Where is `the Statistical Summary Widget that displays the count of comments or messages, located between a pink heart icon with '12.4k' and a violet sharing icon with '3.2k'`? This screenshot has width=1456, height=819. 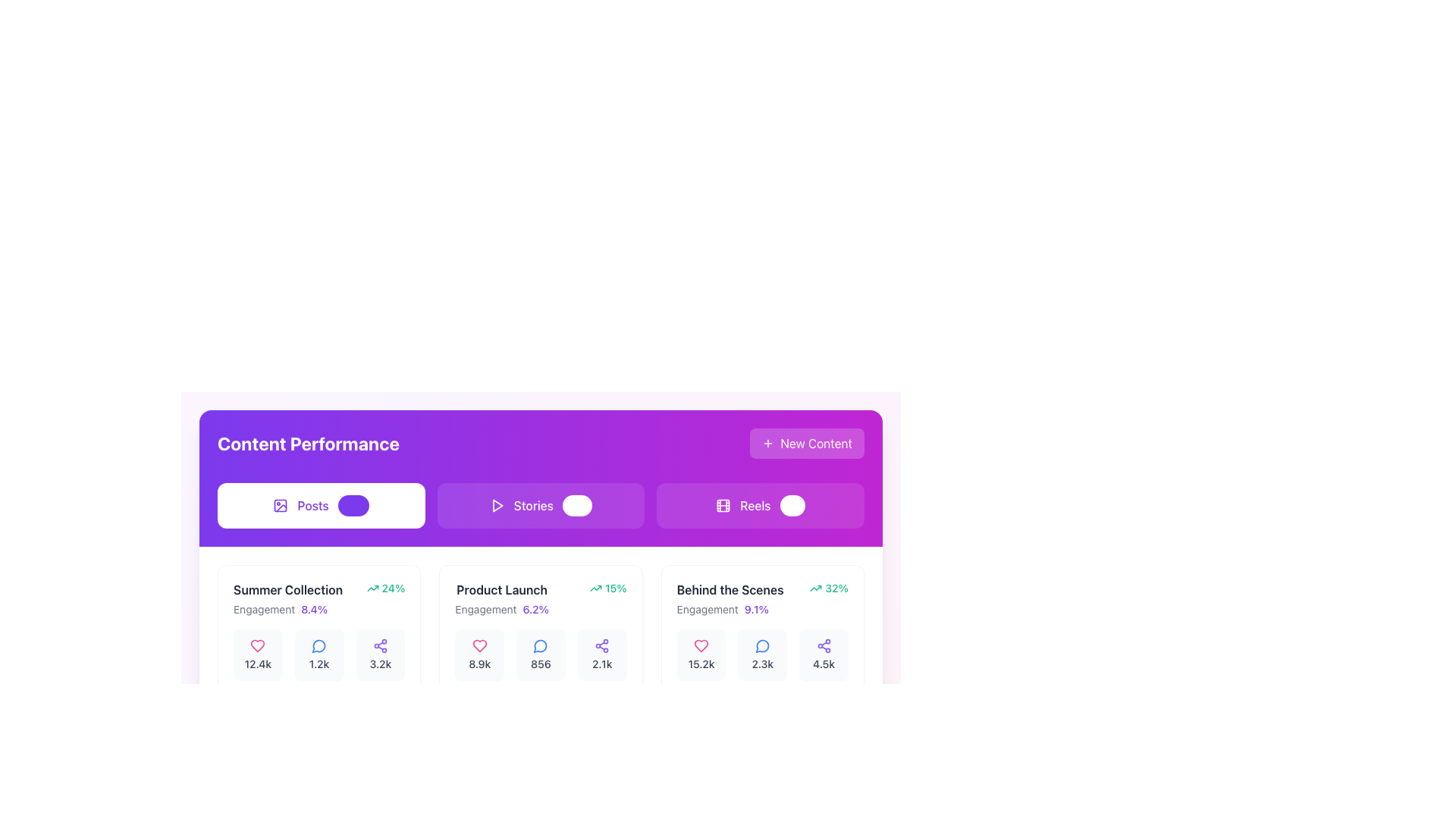
the Statistical Summary Widget that displays the count of comments or messages, located between a pink heart icon with '12.4k' and a violet sharing icon with '3.2k' is located at coordinates (318, 654).